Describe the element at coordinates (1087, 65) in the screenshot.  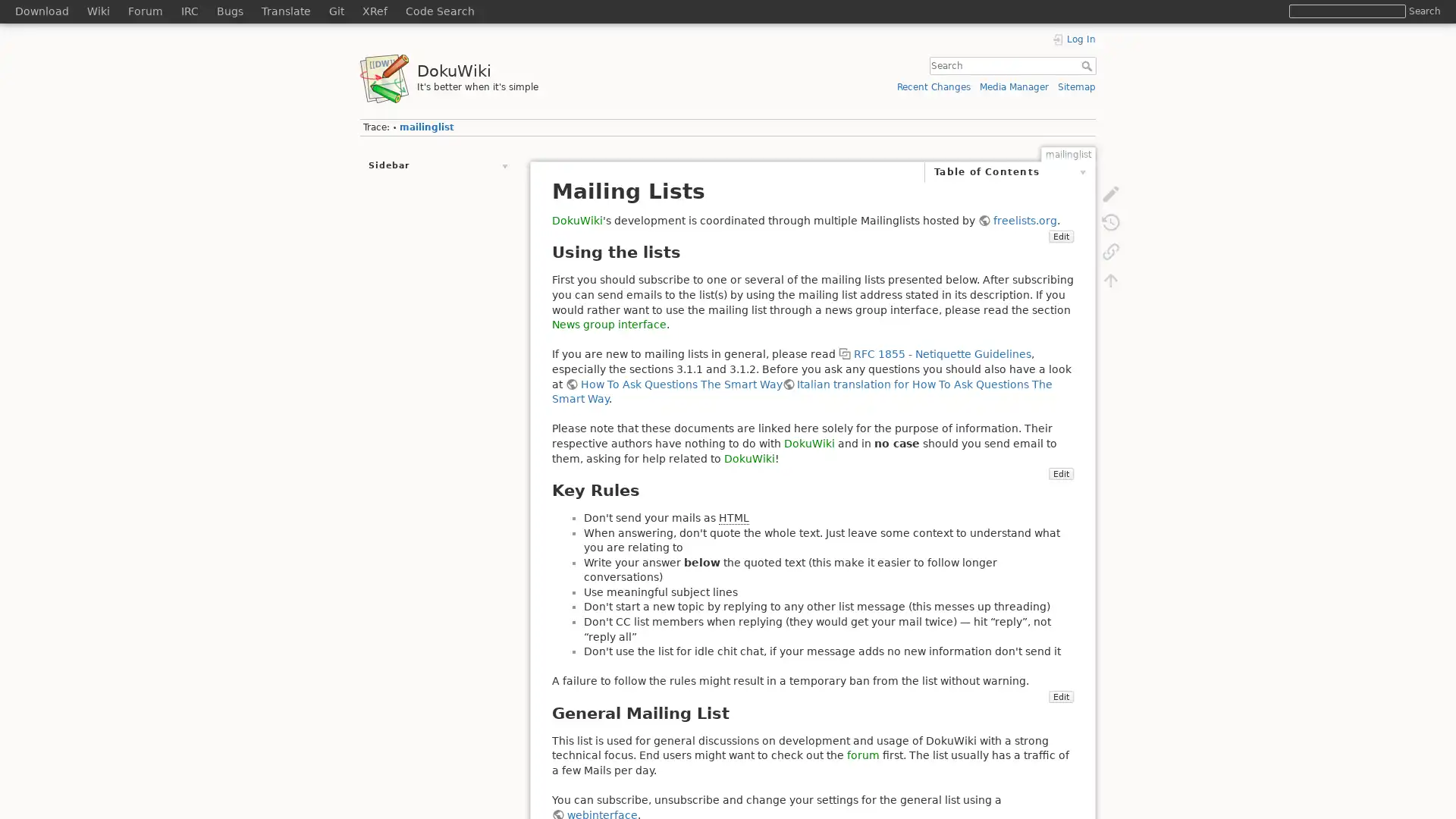
I see `Search` at that location.